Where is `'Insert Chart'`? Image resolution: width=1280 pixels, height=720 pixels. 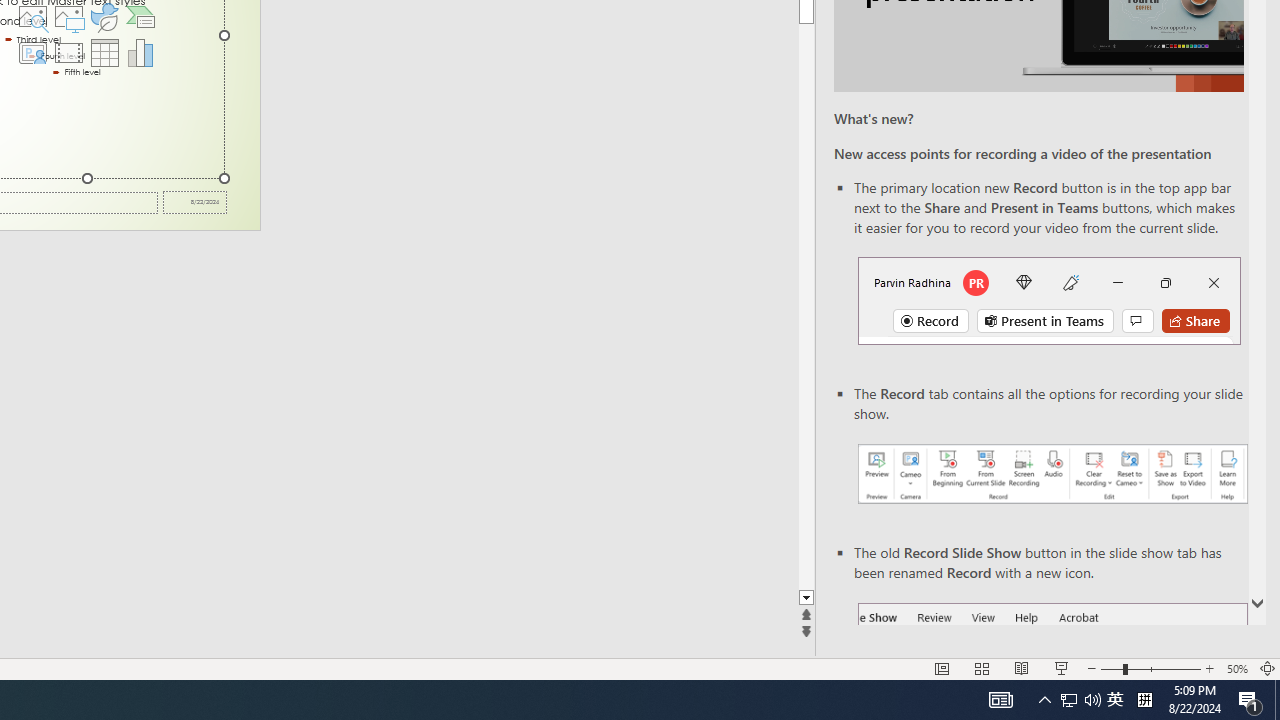 'Insert Chart' is located at coordinates (140, 51).